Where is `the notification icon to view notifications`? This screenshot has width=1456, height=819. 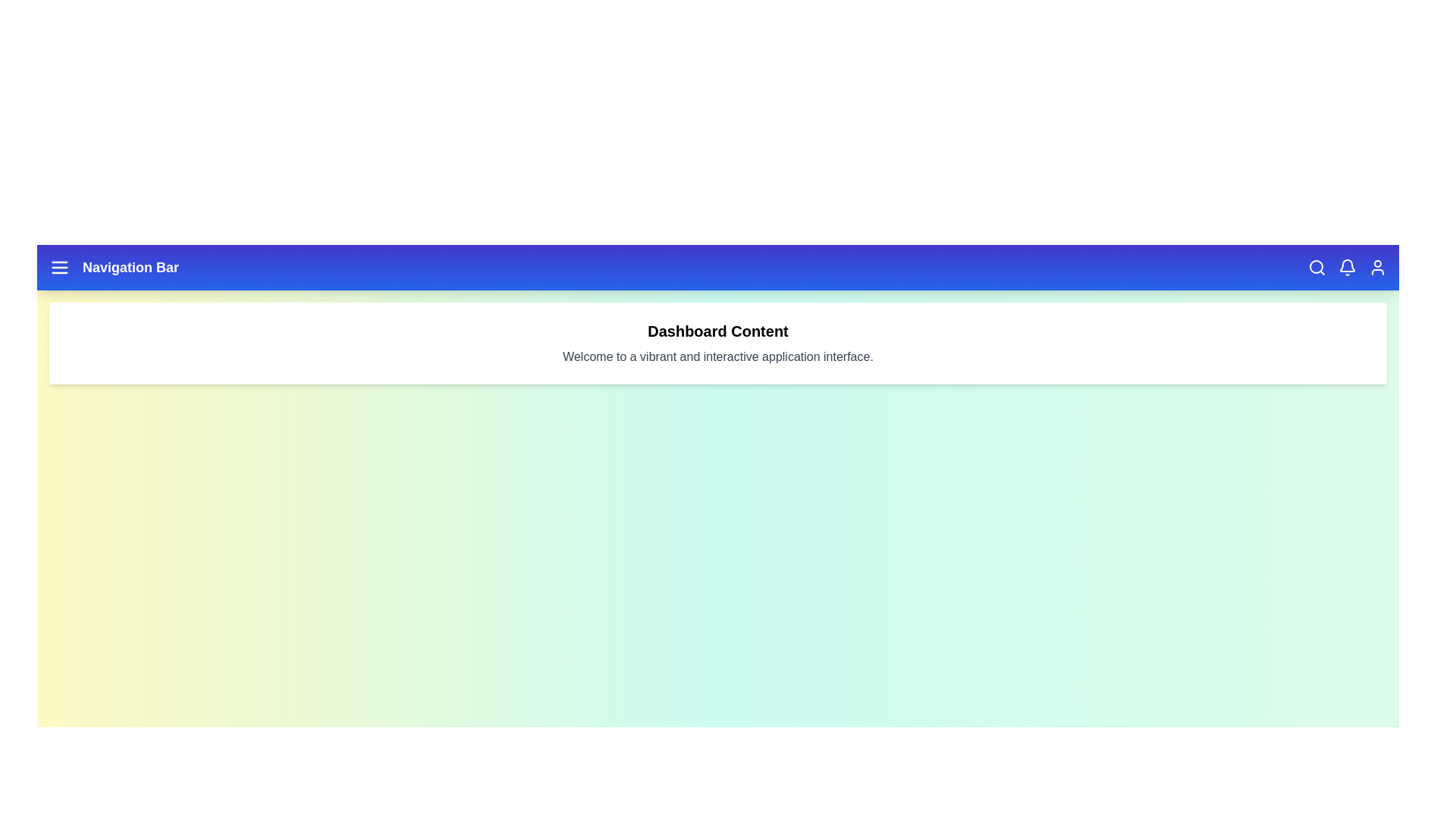 the notification icon to view notifications is located at coordinates (1347, 267).